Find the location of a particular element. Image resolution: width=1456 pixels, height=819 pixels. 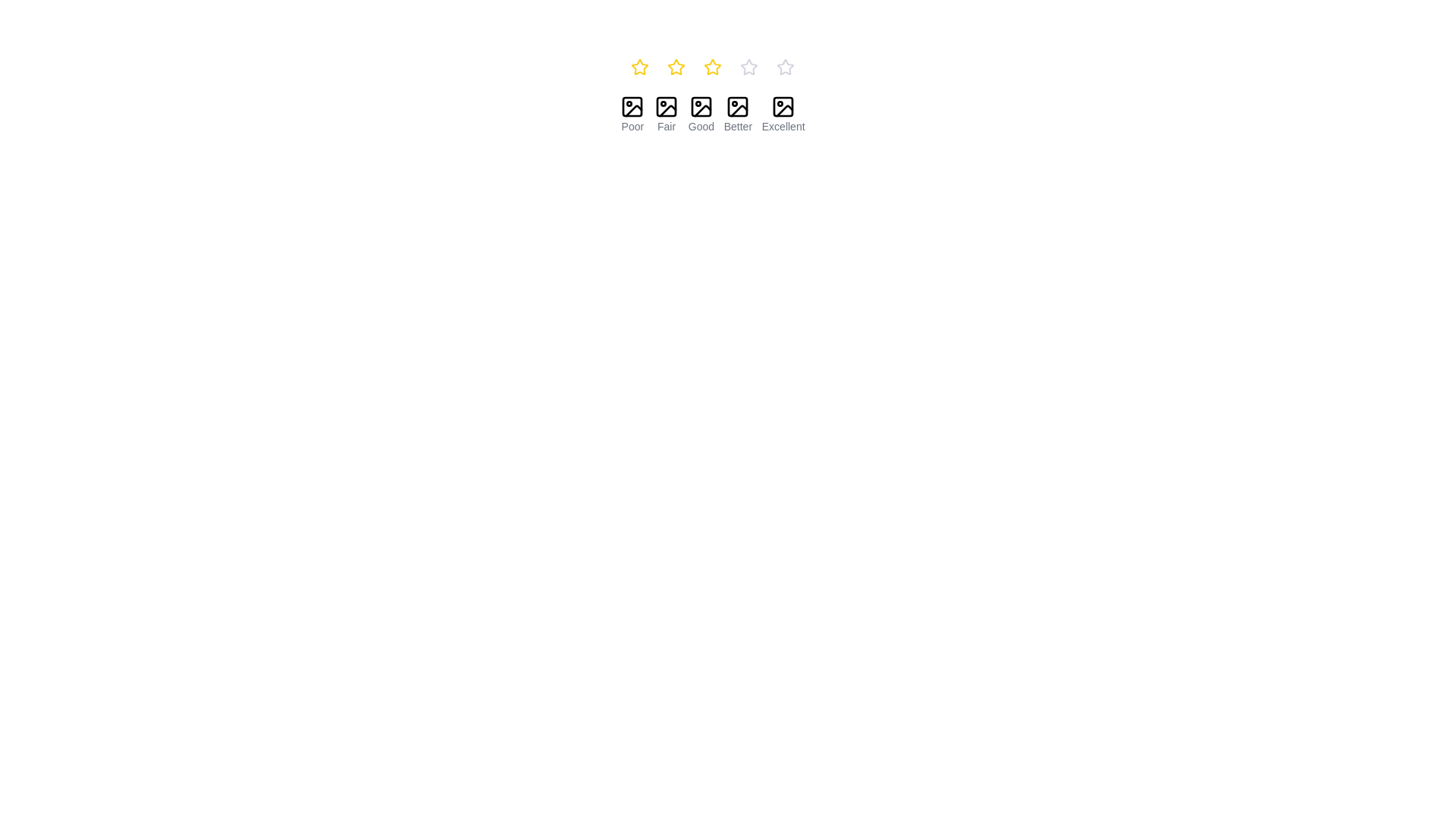

the first star icon in the rating component is located at coordinates (640, 66).